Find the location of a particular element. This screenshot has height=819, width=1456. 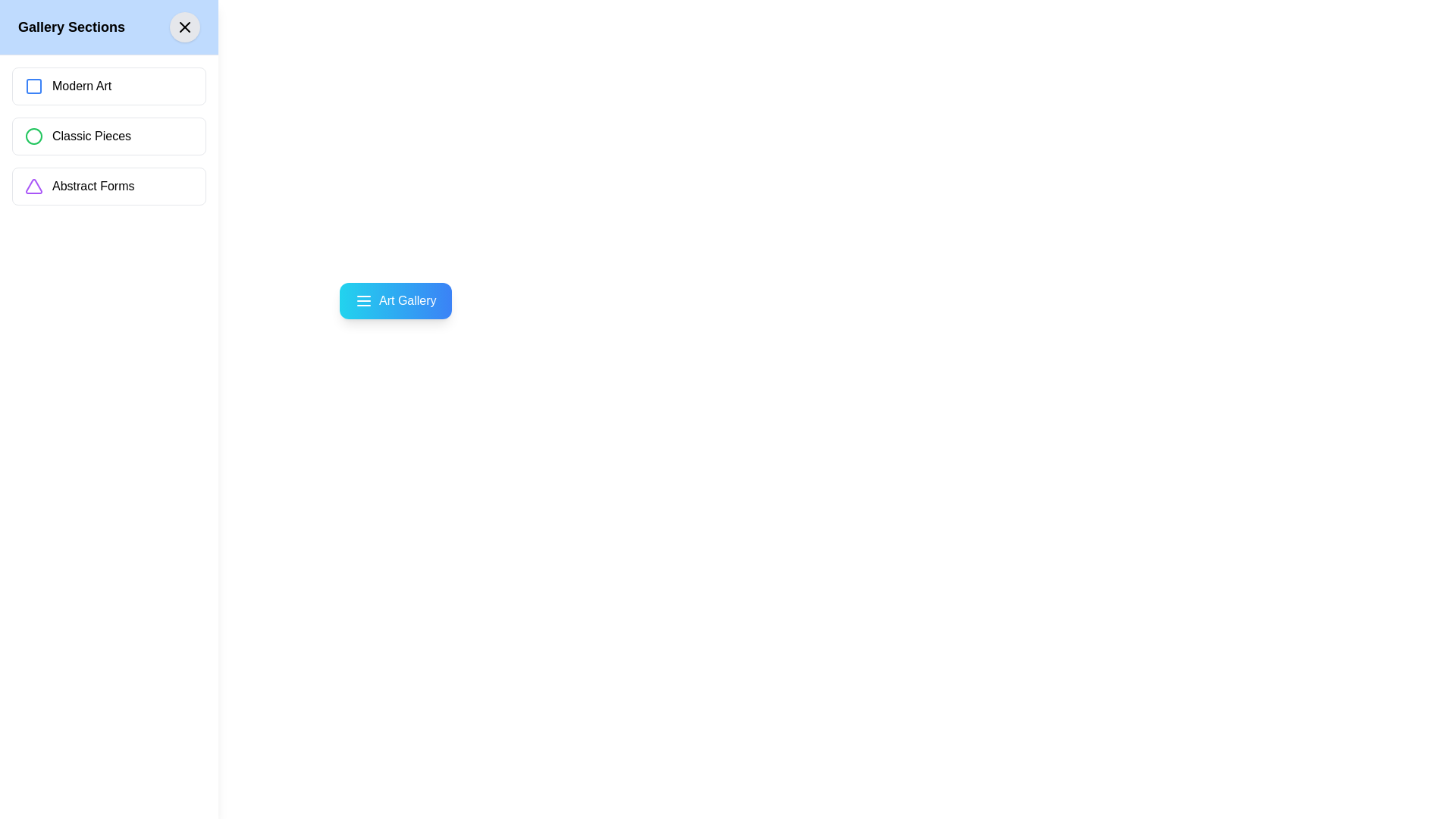

the gallery section Modern Art by clicking on its respective button is located at coordinates (108, 86).